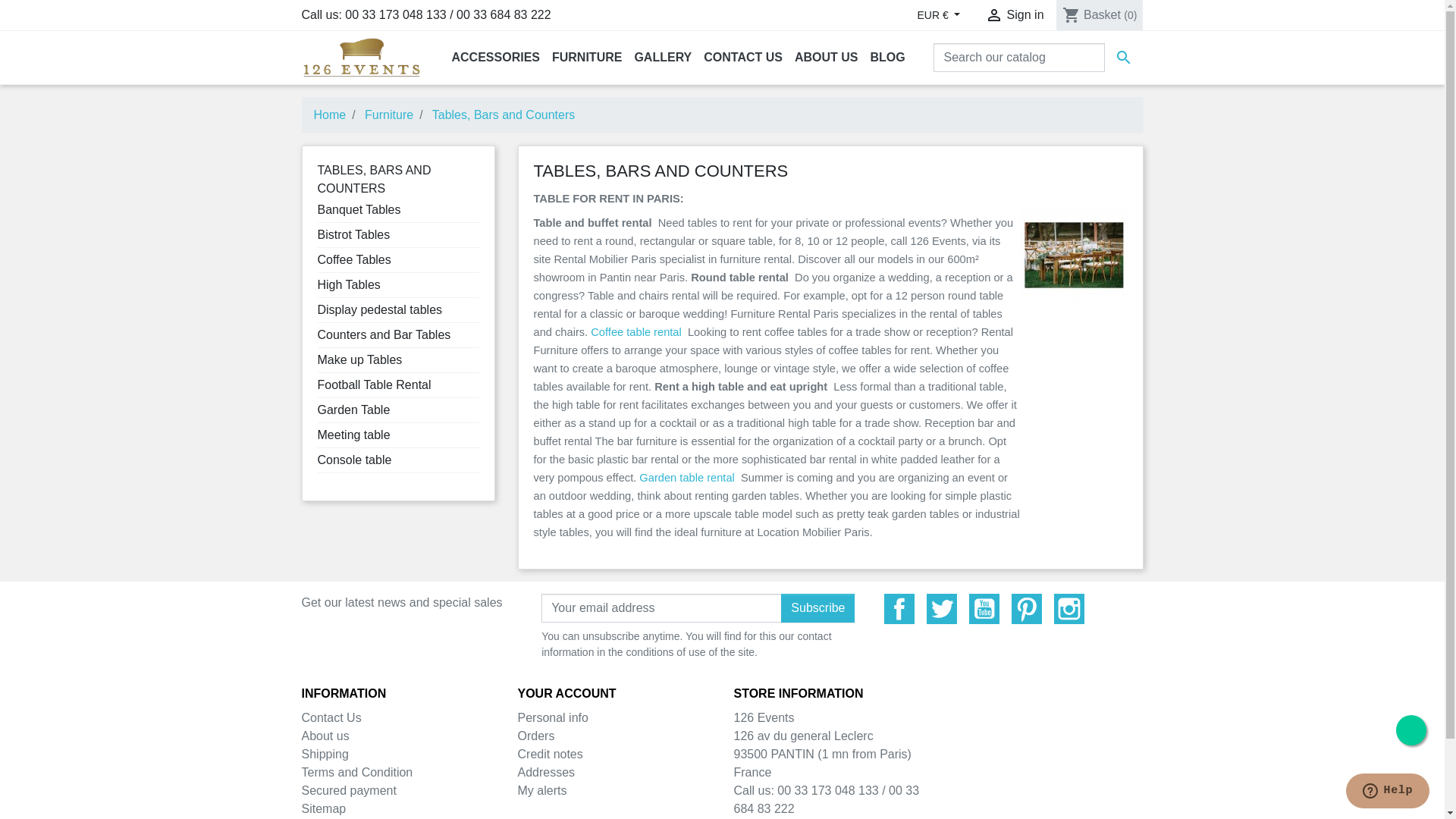  I want to click on 'YouTube', so click(984, 607).